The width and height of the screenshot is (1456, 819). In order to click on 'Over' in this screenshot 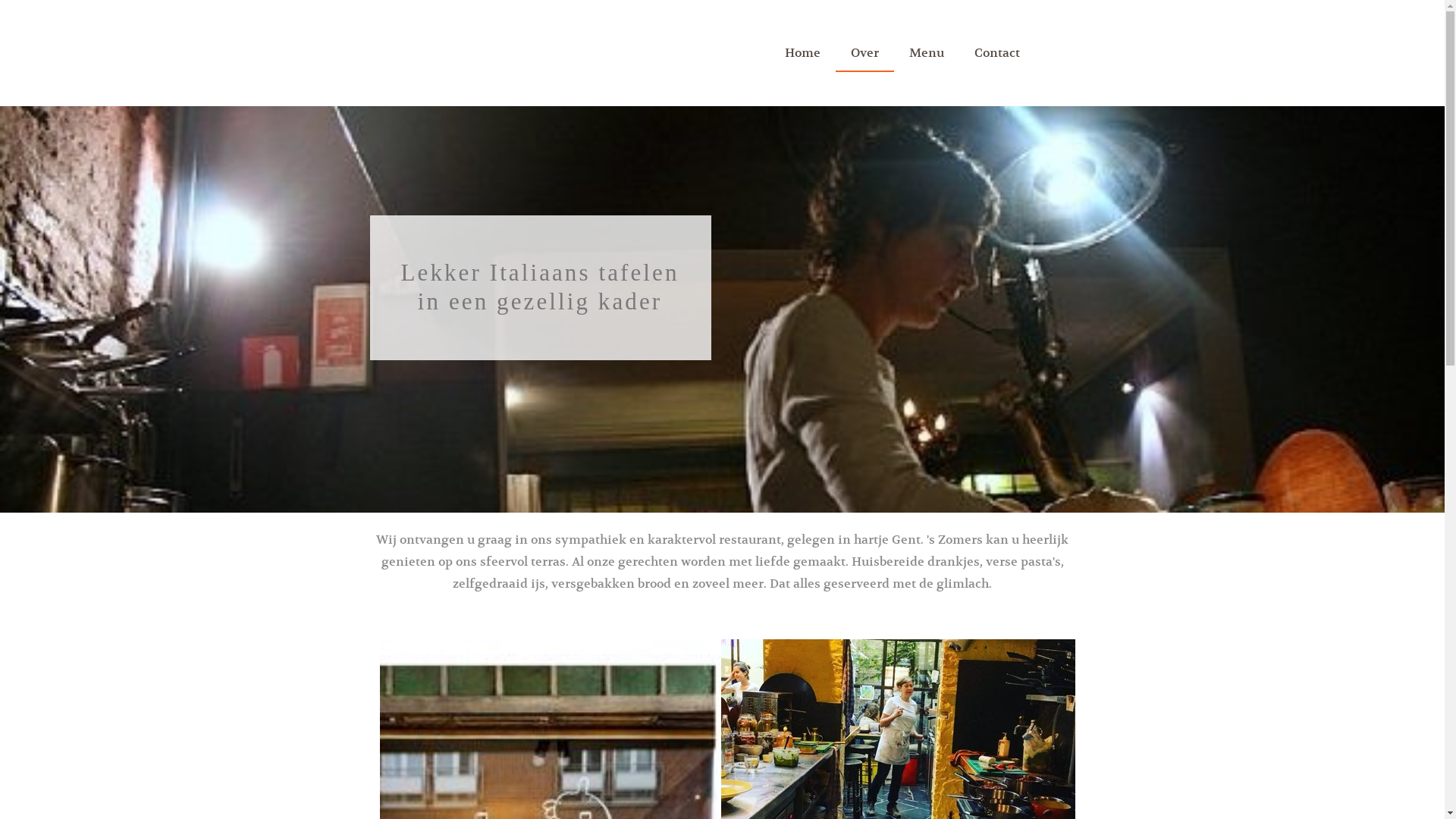, I will do `click(864, 52)`.